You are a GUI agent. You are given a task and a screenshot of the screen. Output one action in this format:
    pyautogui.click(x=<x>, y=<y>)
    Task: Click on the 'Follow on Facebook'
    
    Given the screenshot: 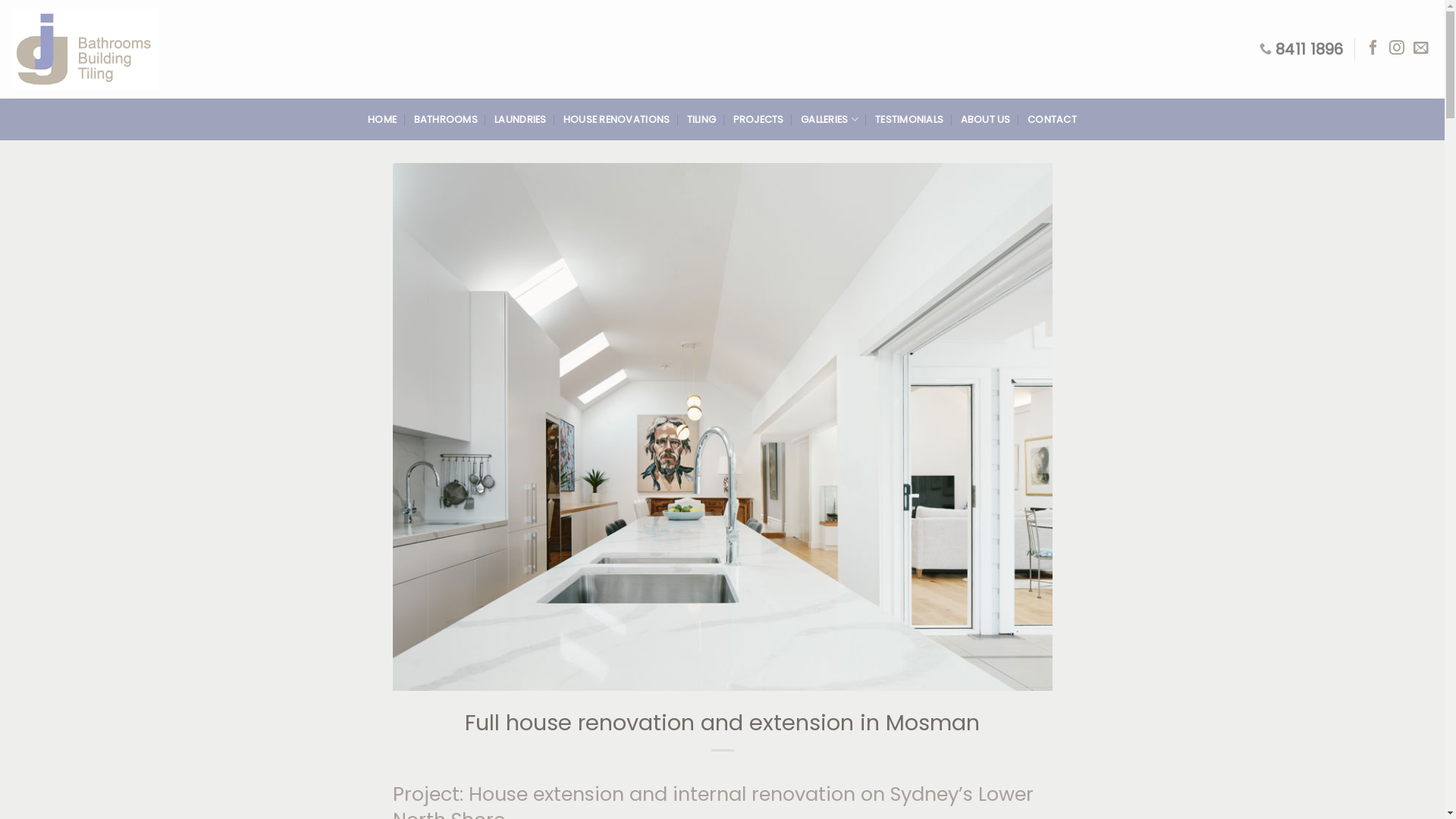 What is the action you would take?
    pyautogui.click(x=1365, y=48)
    